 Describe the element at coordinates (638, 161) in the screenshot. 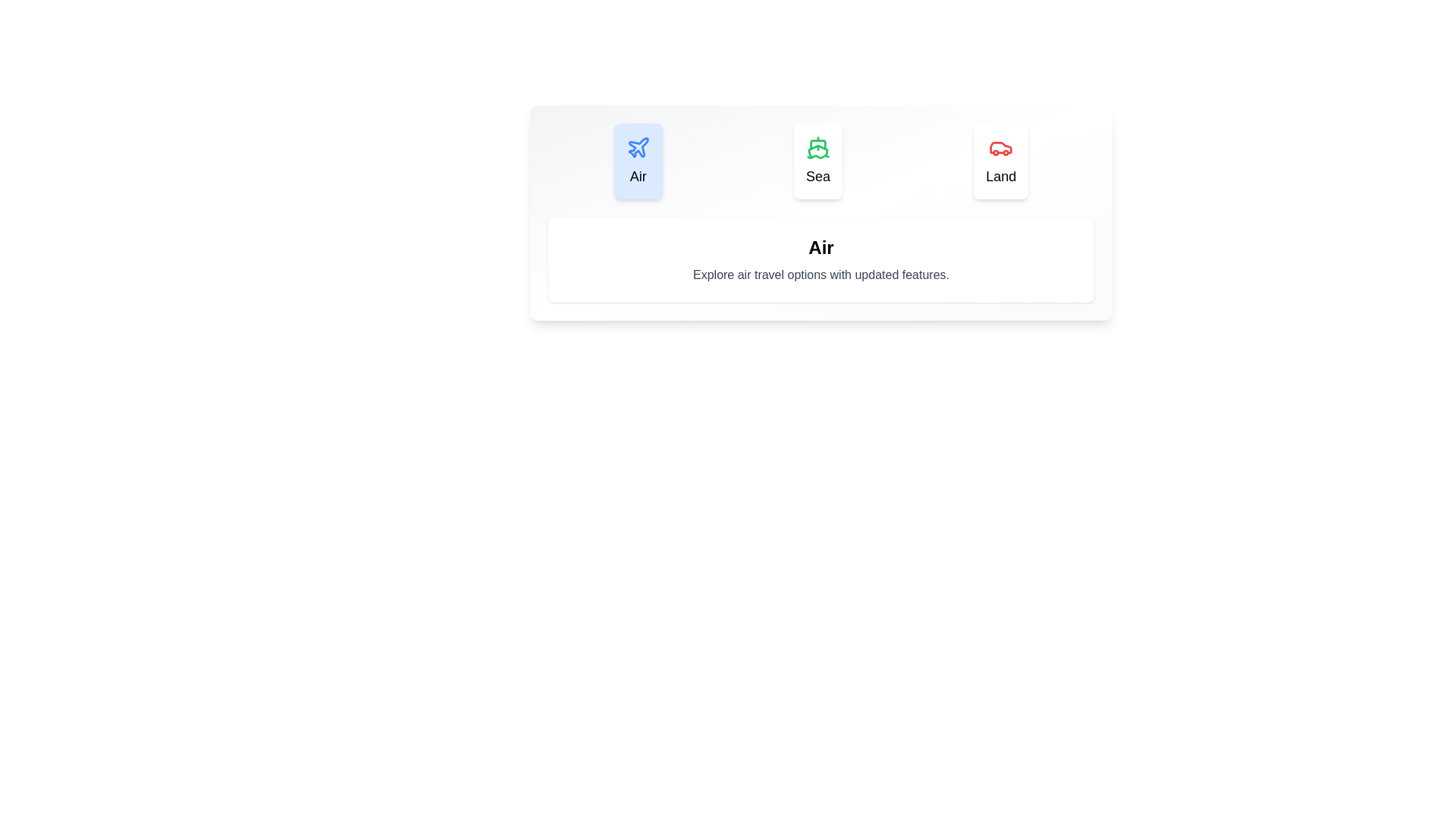

I see `the button corresponding to the selected mode of transportation: Air` at that location.